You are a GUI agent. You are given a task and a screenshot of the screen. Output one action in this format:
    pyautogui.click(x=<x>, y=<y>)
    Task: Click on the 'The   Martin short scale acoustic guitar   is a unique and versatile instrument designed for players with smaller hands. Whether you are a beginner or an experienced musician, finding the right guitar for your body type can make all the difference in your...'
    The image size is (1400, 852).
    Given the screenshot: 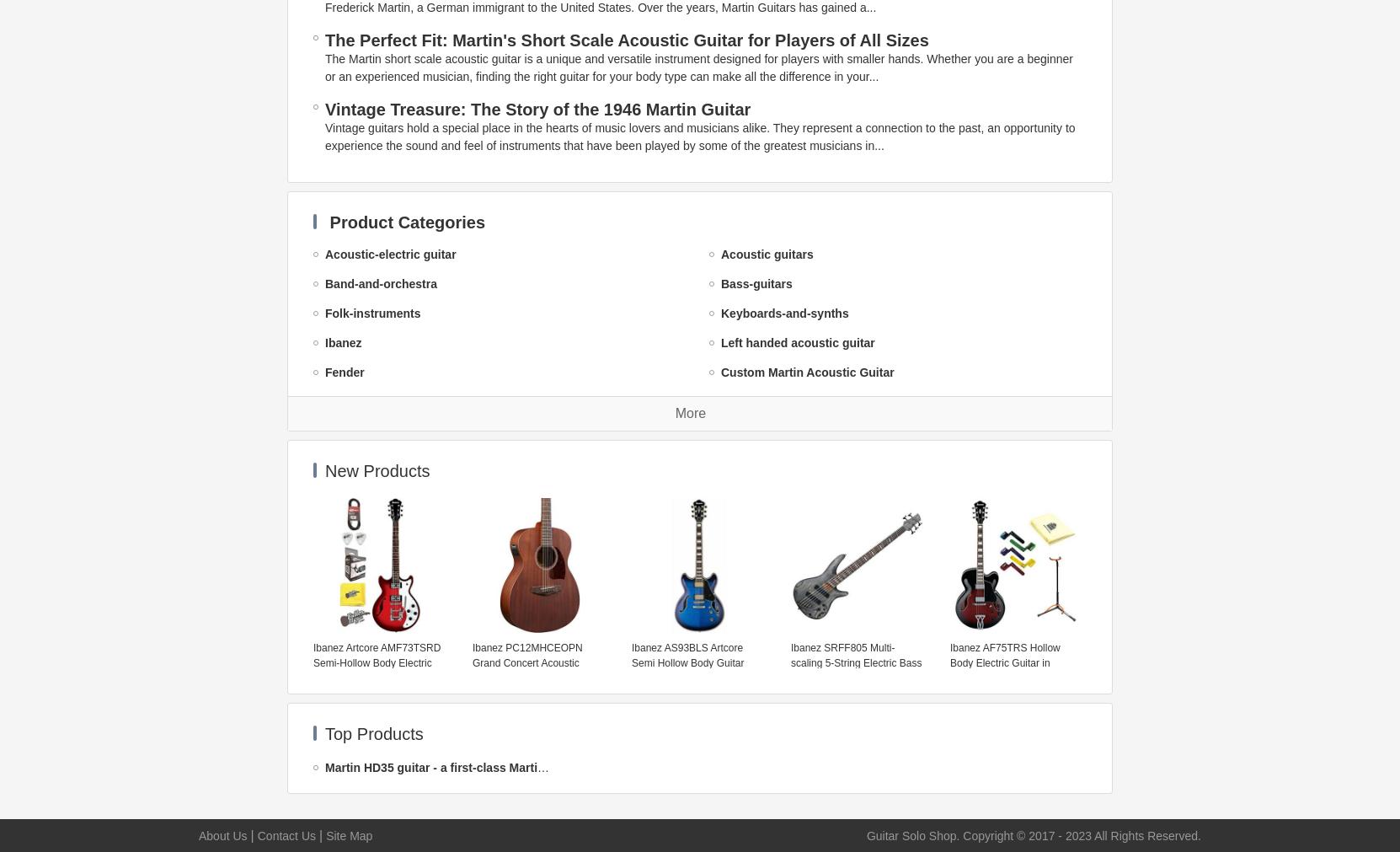 What is the action you would take?
    pyautogui.click(x=698, y=67)
    